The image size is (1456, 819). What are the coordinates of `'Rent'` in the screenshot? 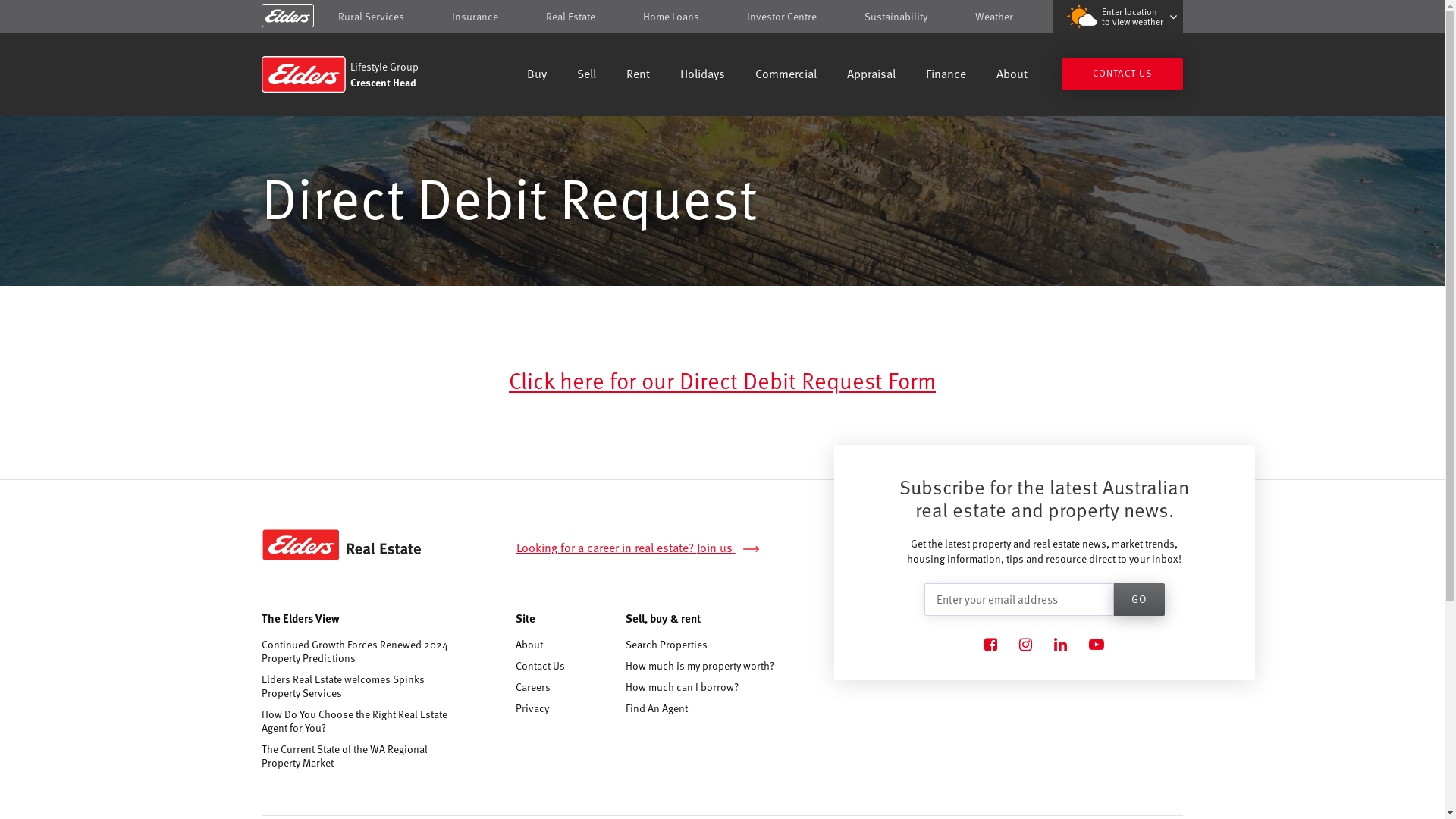 It's located at (638, 75).